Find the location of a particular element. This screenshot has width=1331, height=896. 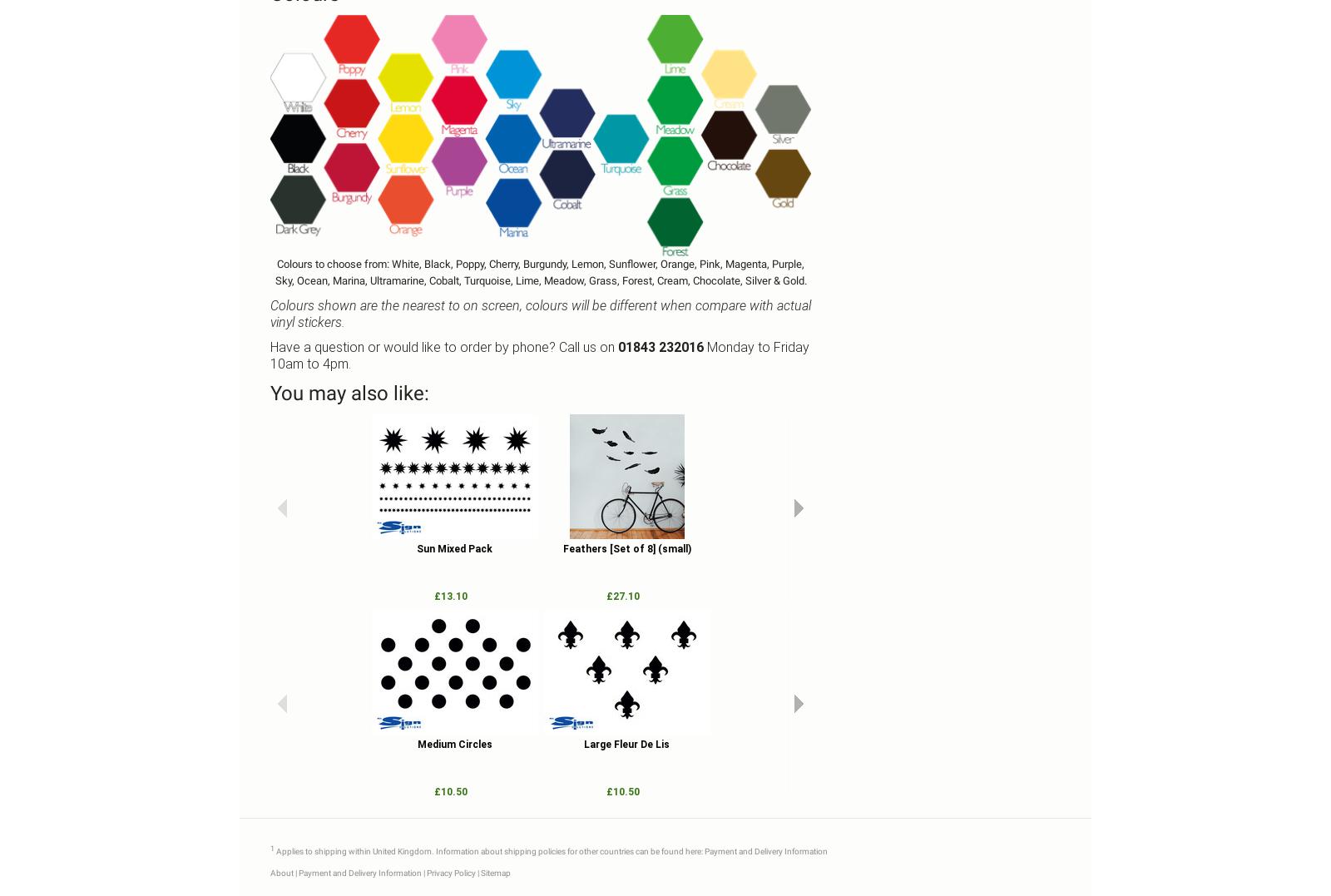

'Monday to Friday 10am to 4pm.' is located at coordinates (539, 354).